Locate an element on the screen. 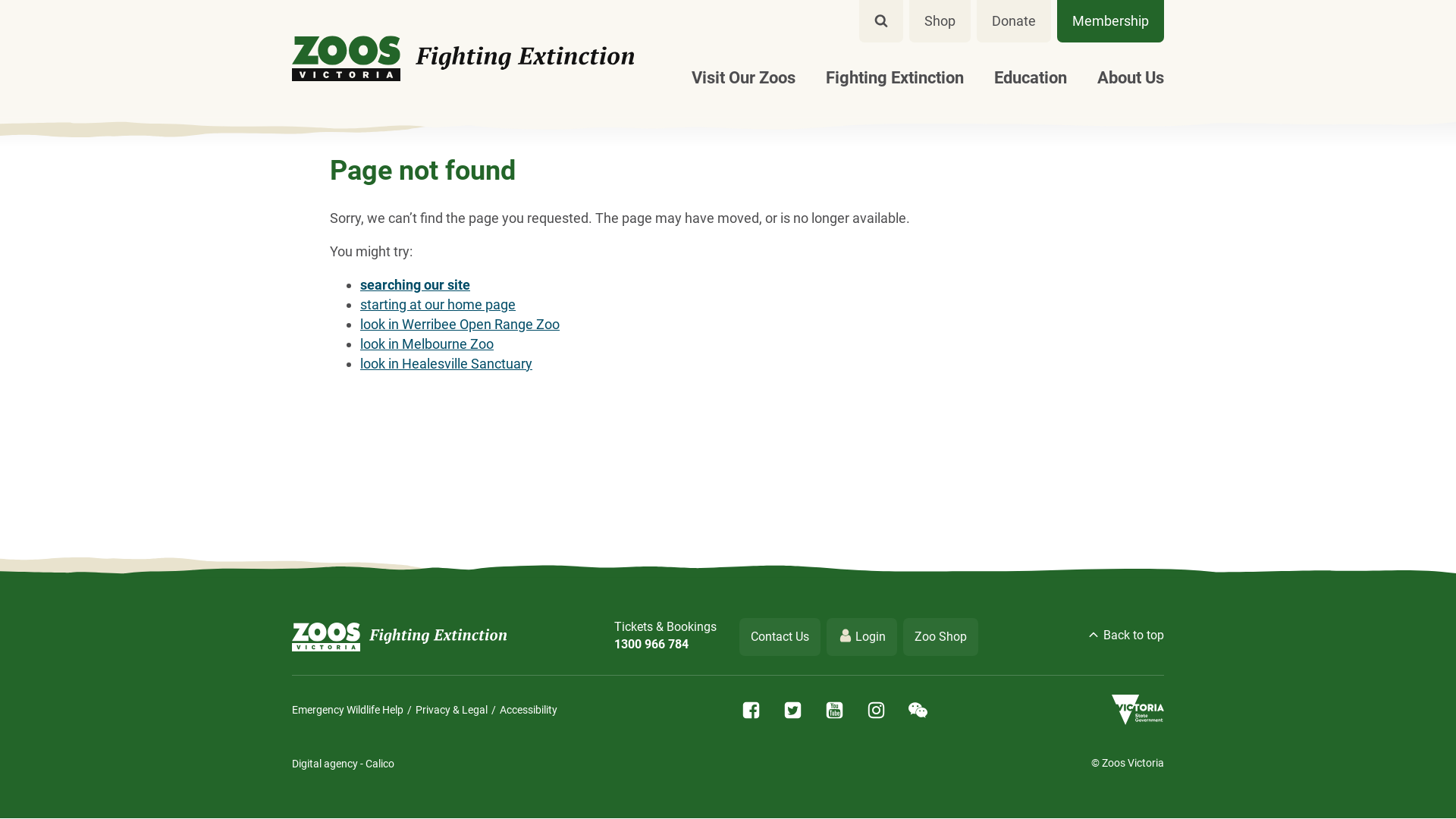 Image resolution: width=1456 pixels, height=819 pixels. 'Donate' is located at coordinates (1014, 20).